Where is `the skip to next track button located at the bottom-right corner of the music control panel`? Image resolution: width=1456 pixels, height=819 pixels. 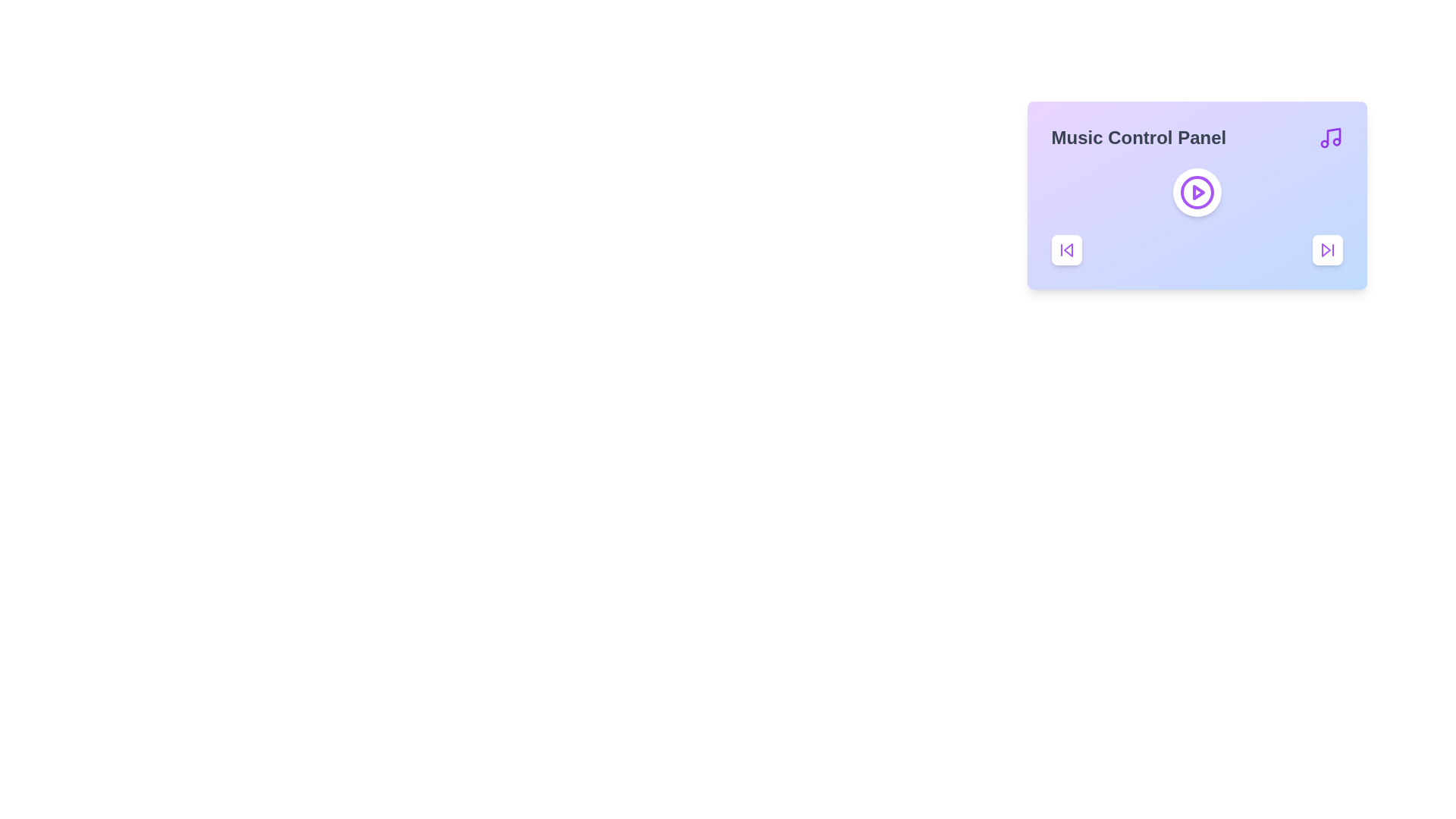 the skip to next track button located at the bottom-right corner of the music control panel is located at coordinates (1326, 249).